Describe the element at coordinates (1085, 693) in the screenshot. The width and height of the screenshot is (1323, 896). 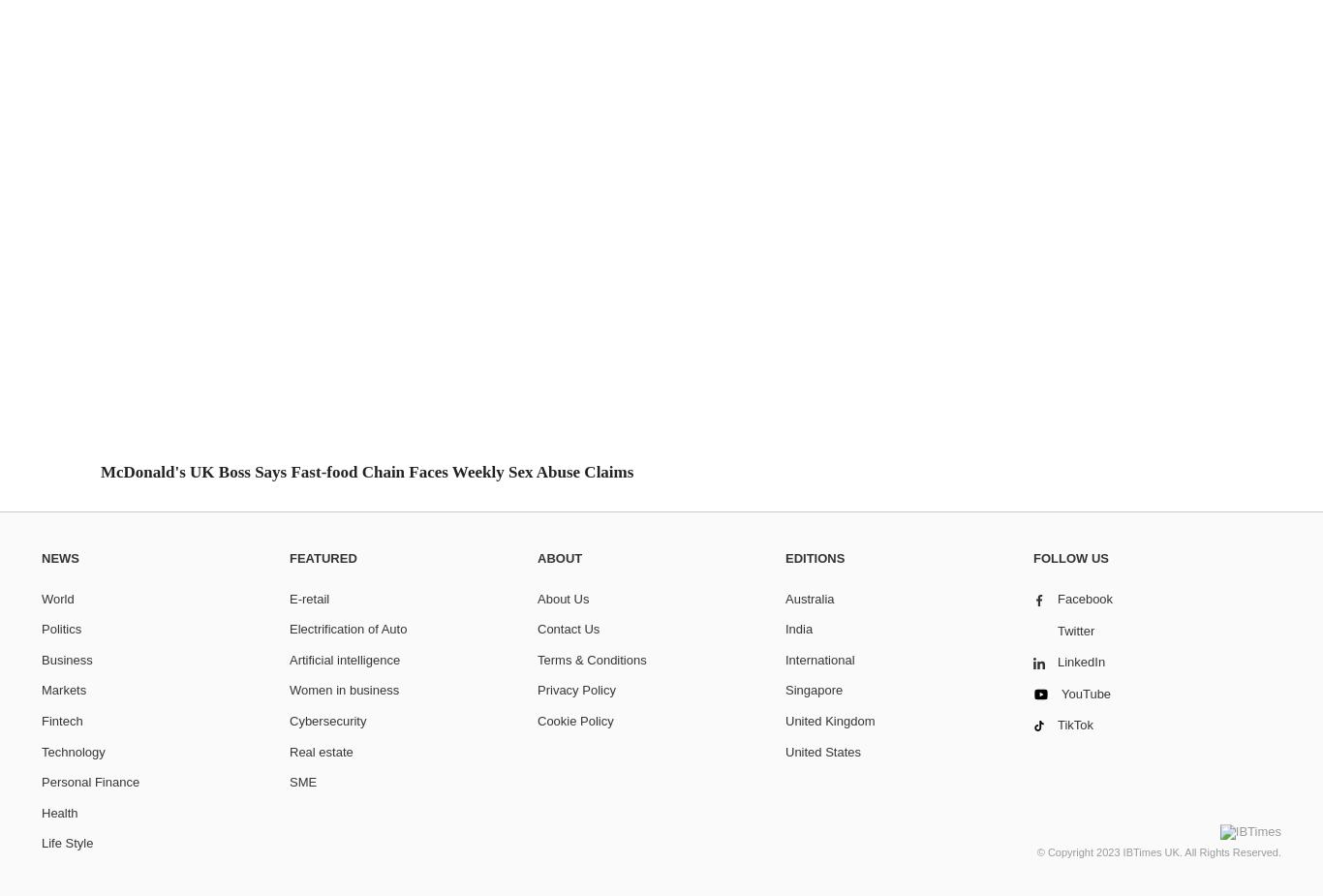
I see `'YouTube'` at that location.